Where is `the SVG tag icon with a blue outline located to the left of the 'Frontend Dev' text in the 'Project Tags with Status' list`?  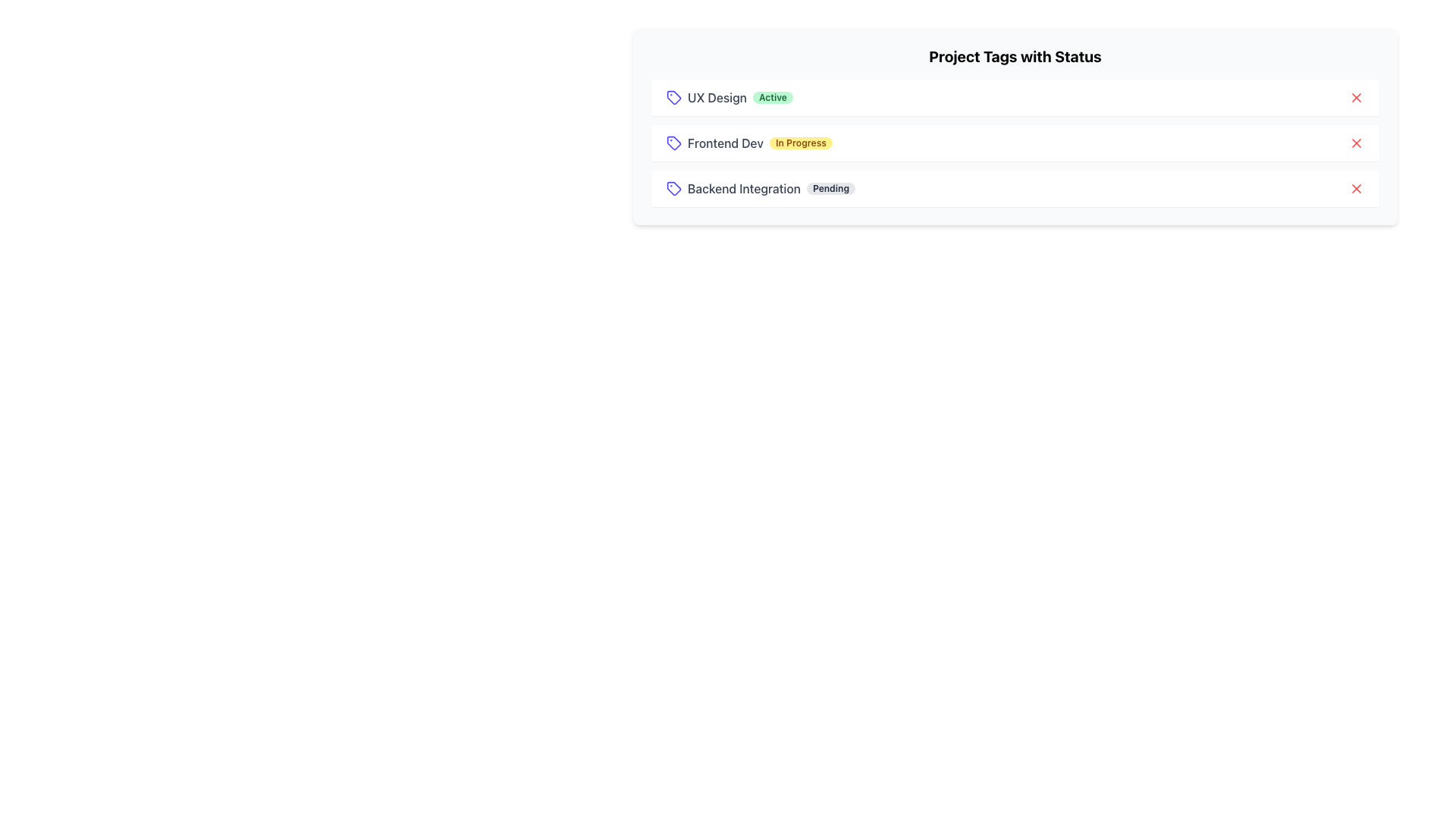 the SVG tag icon with a blue outline located to the left of the 'Frontend Dev' text in the 'Project Tags with Status' list is located at coordinates (673, 143).